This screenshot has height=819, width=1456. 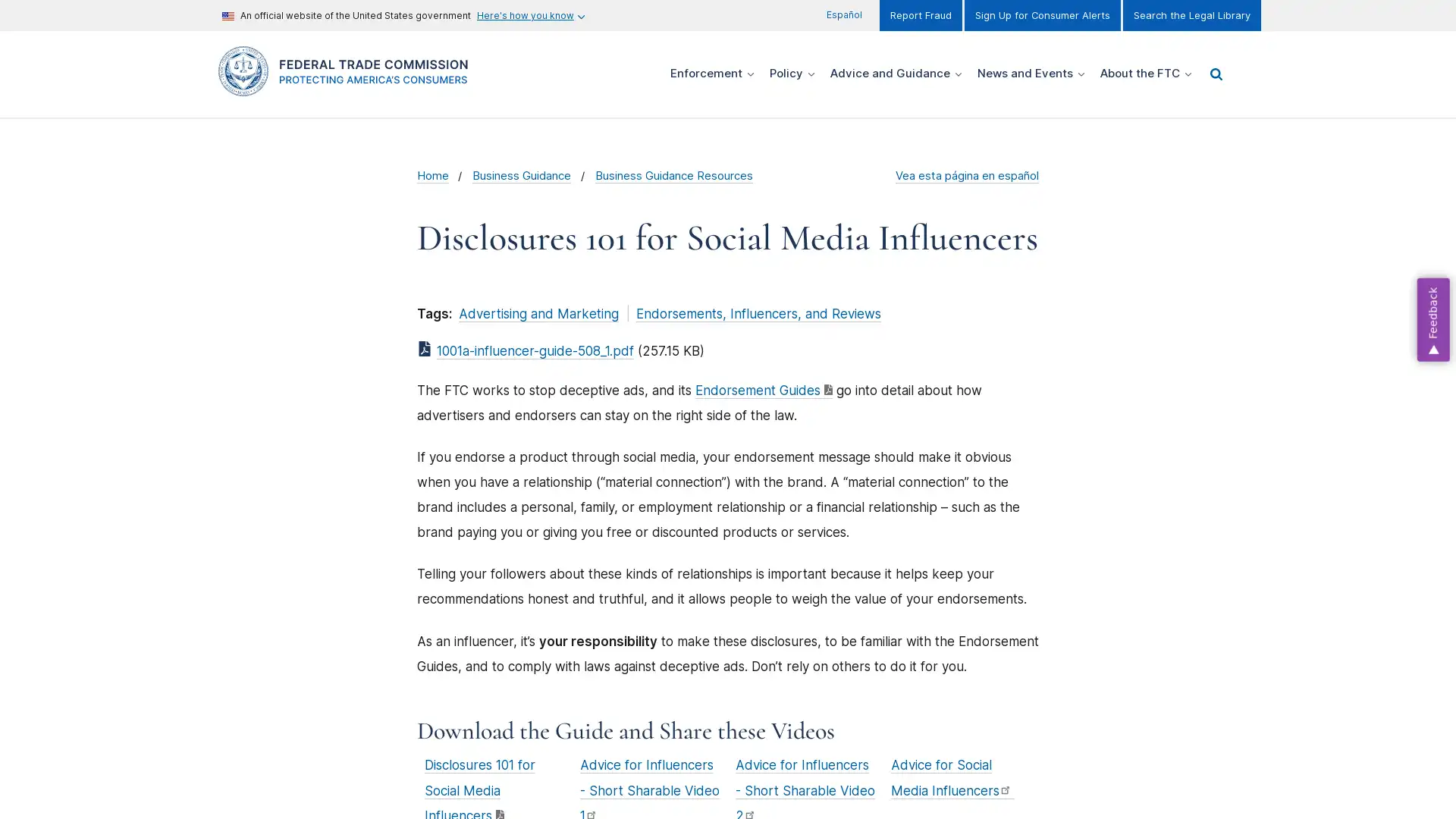 What do you see at coordinates (713, 74) in the screenshot?
I see `Show/hide Enforcement menu items` at bounding box center [713, 74].